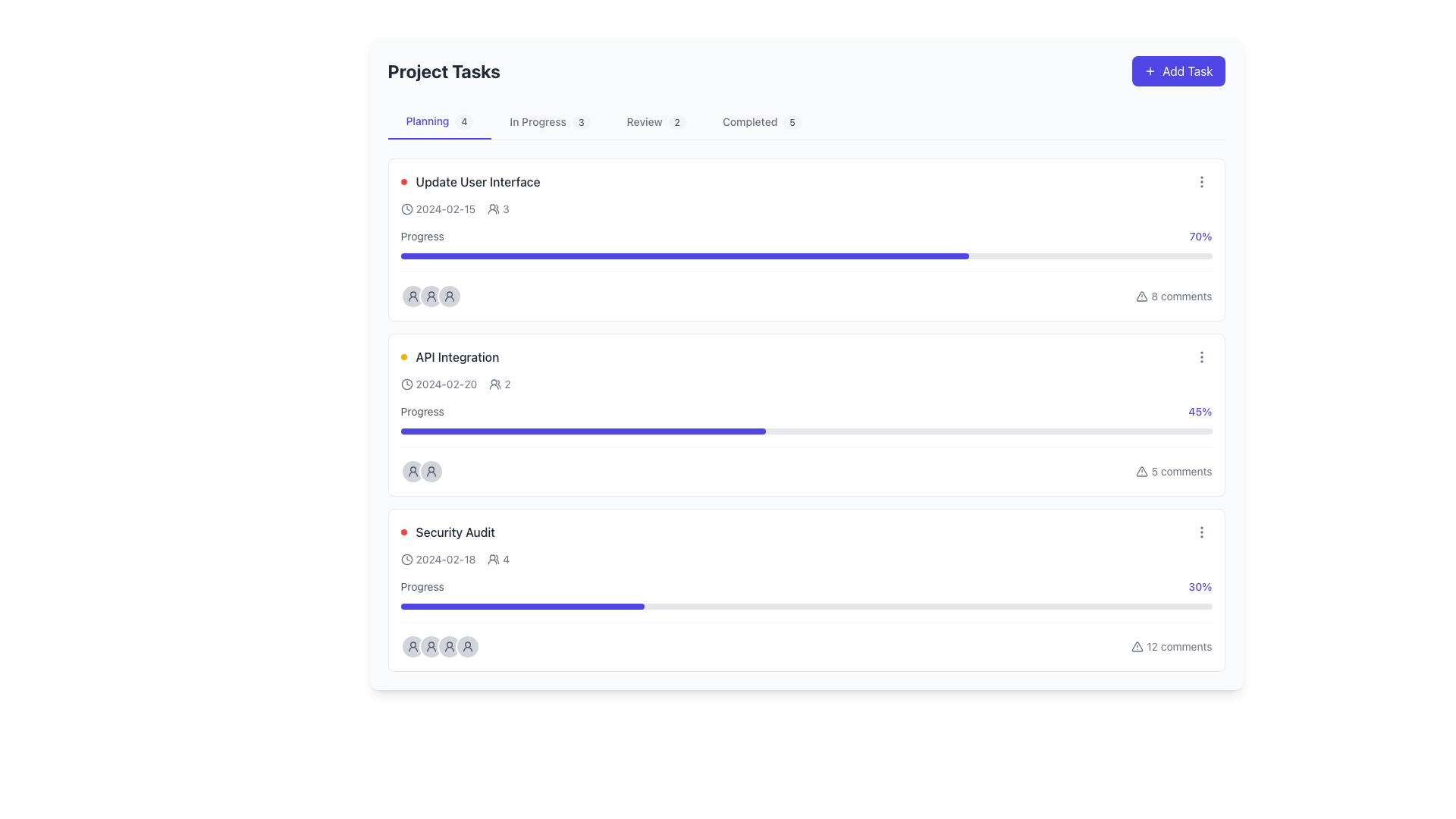  I want to click on displayed text 'API Integration' from the text label located in the second task card in the 'Planning' section, positioned beneath 'Update User Interface' and above 'Security Audit', so click(449, 356).